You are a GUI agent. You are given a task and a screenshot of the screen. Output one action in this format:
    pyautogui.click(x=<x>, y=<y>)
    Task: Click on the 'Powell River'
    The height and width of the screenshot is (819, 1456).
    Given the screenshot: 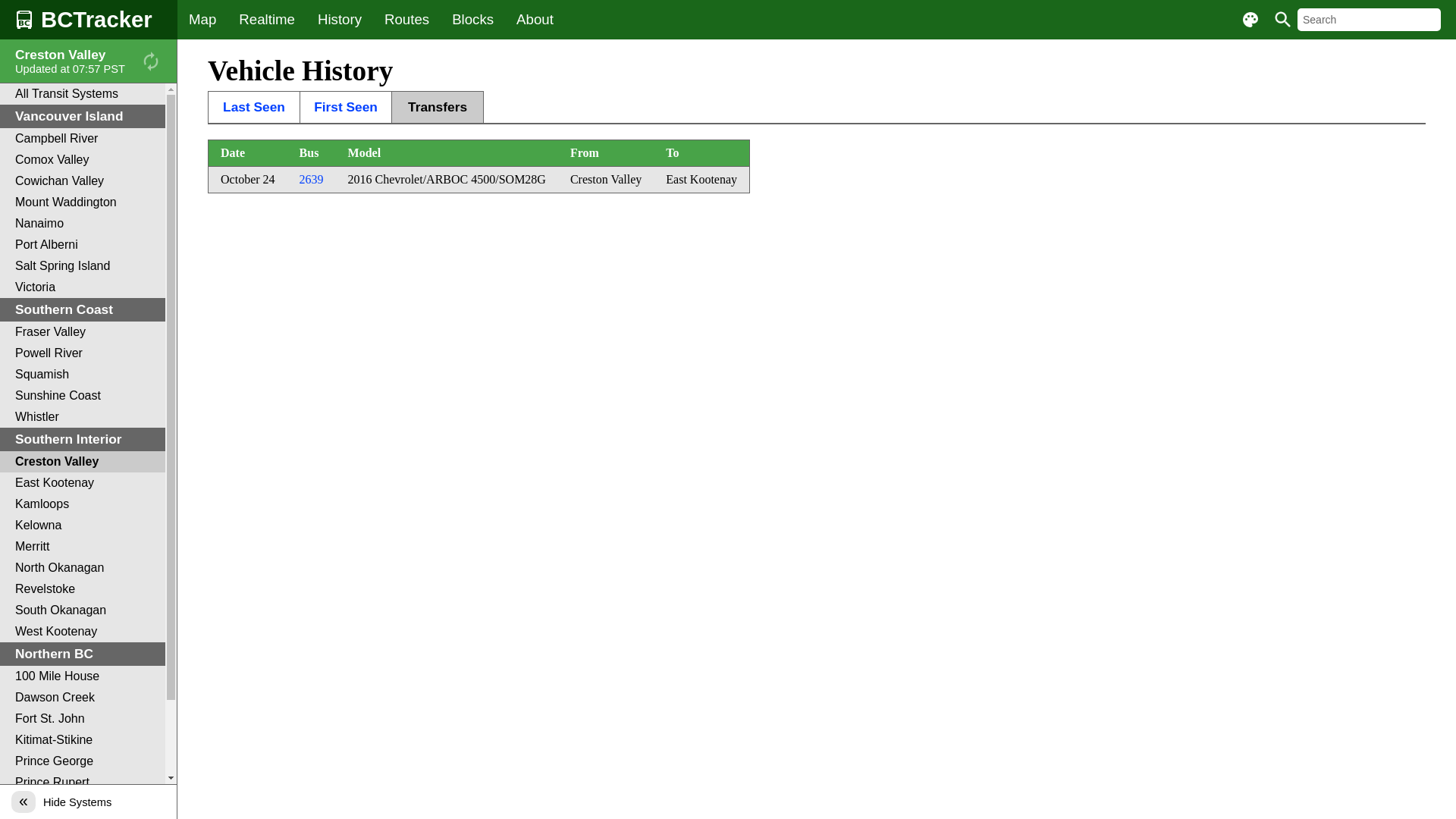 What is the action you would take?
    pyautogui.click(x=0, y=353)
    